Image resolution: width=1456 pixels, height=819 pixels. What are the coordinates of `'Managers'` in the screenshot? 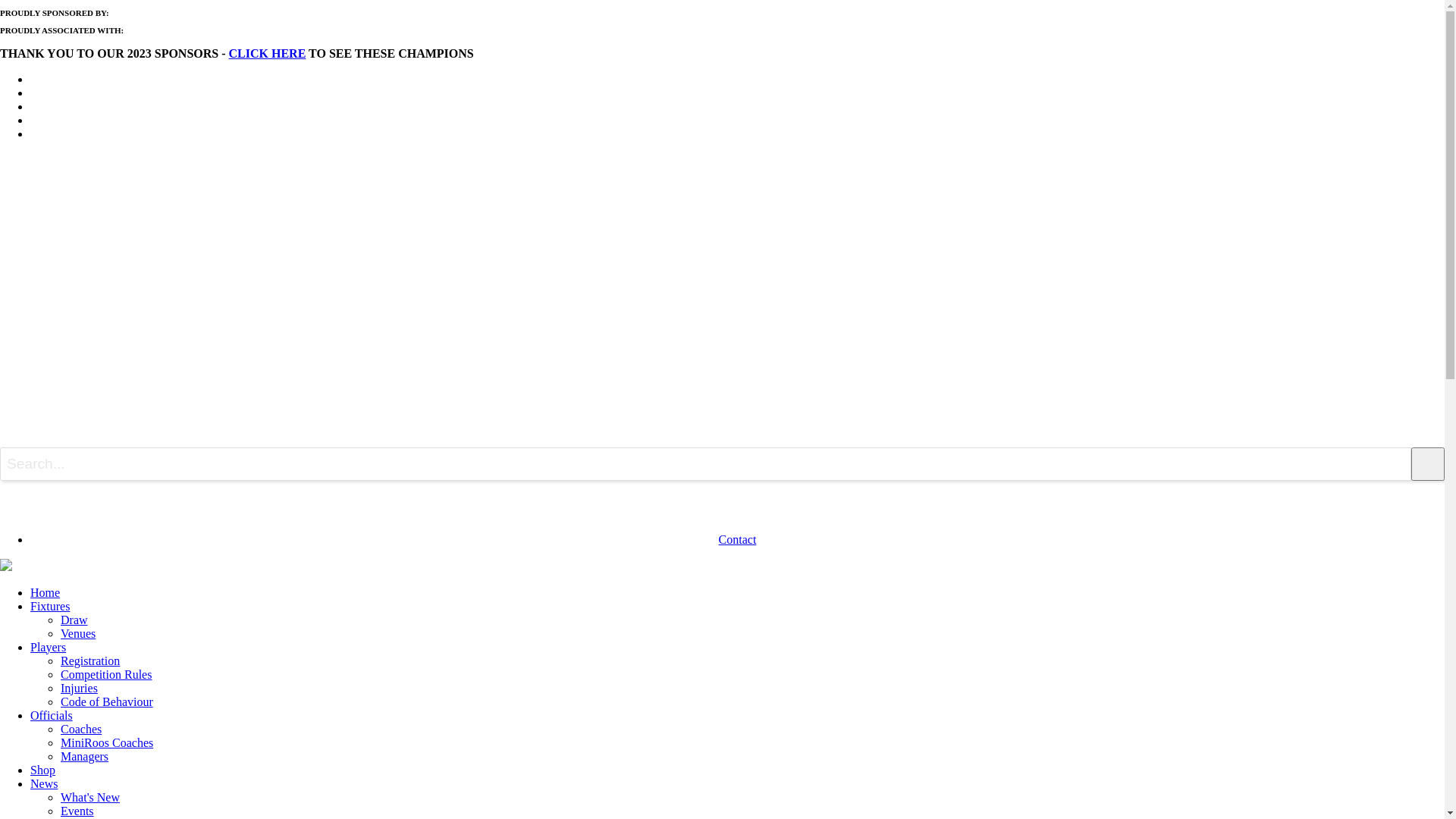 It's located at (83, 756).